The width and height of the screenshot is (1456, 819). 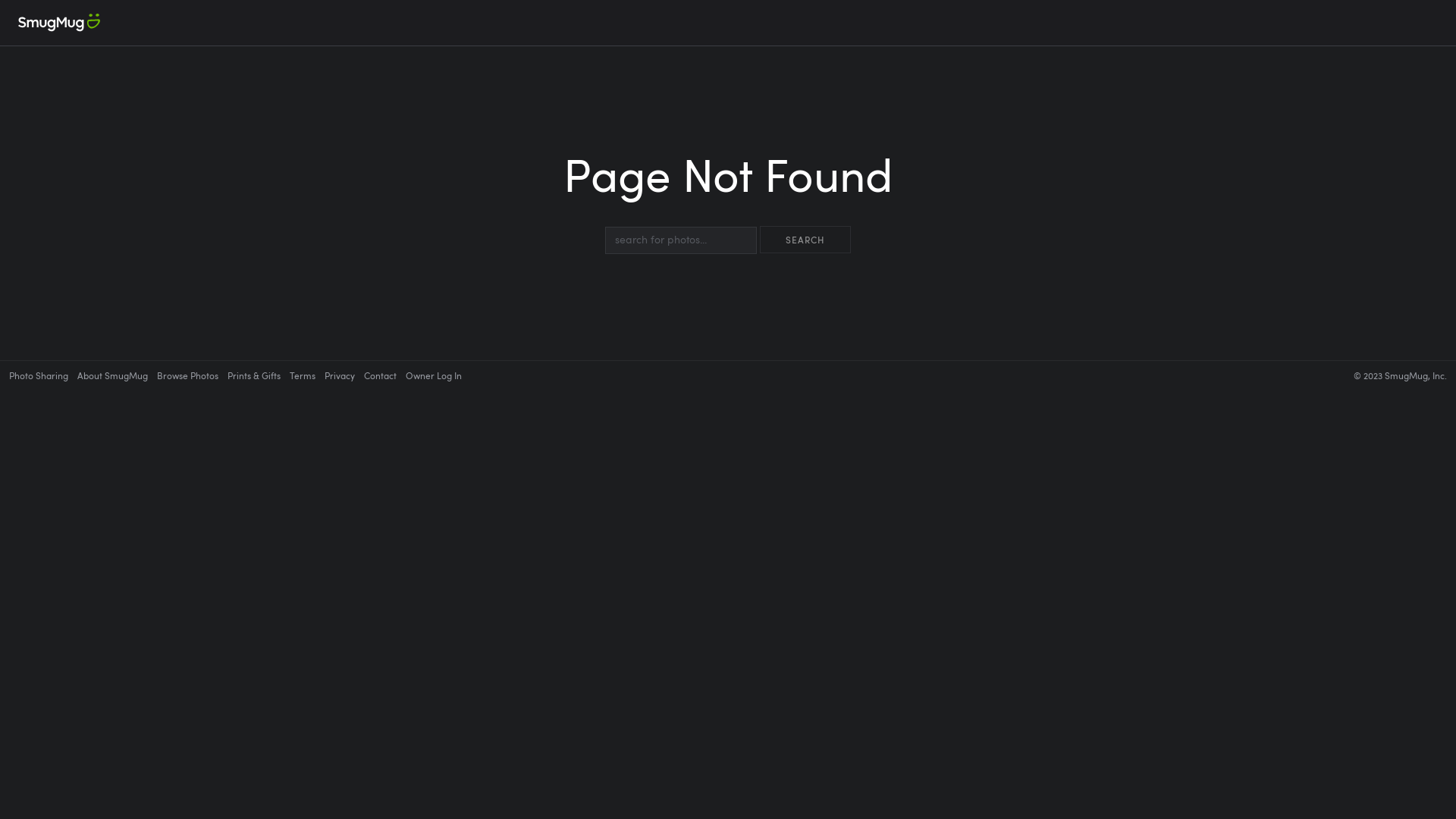 I want to click on 'Photo Sharing', so click(x=39, y=375).